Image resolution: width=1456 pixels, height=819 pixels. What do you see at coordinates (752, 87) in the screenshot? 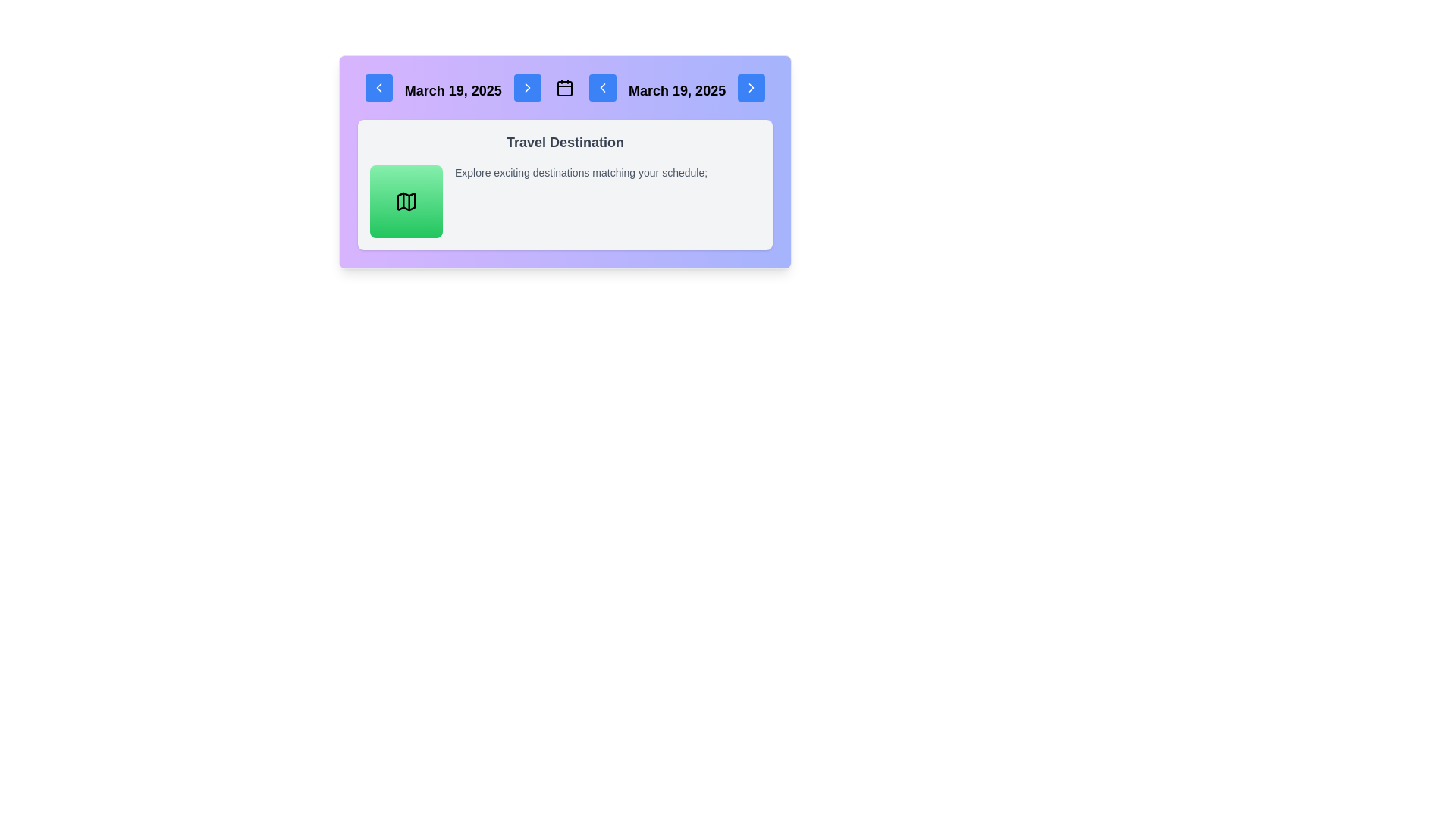
I see `the right-pointing arrow icon button located within a blue rounded button at the top-right of the calendar interface` at bounding box center [752, 87].